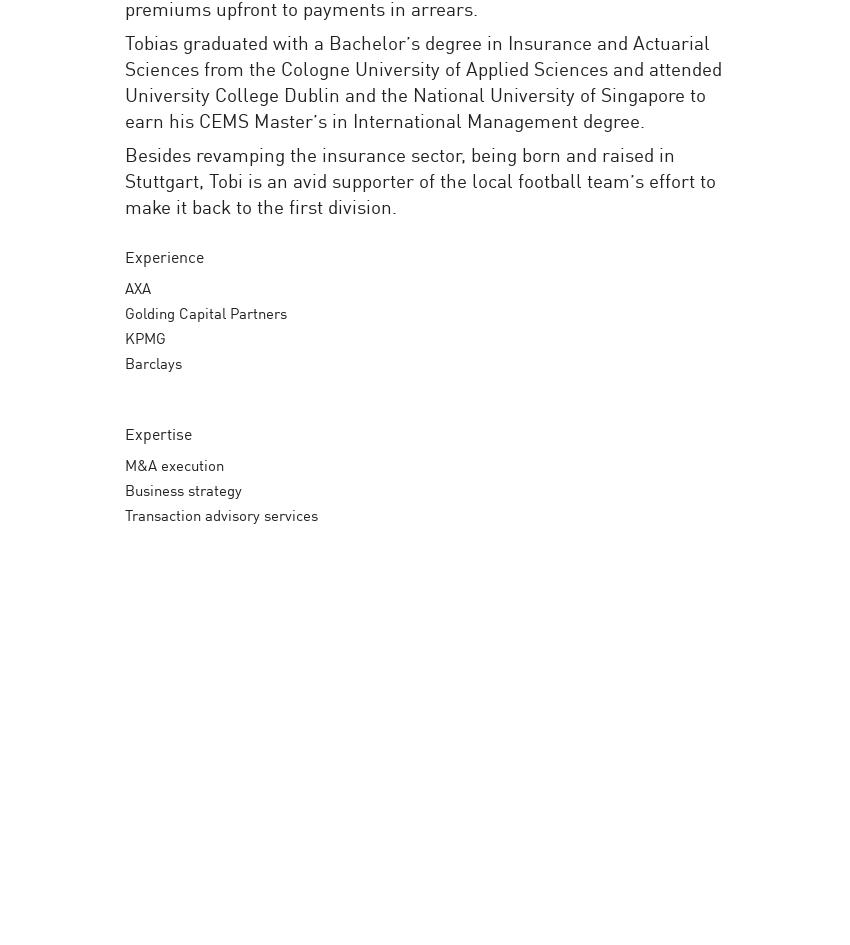 This screenshot has height=945, width=850. What do you see at coordinates (420, 178) in the screenshot?
I see `'Besides revamping the insurance sector, being born and raised in Stuttgart, Tobi is an avid supporter of the local football team’s effort to make it back to the first division.'` at bounding box center [420, 178].